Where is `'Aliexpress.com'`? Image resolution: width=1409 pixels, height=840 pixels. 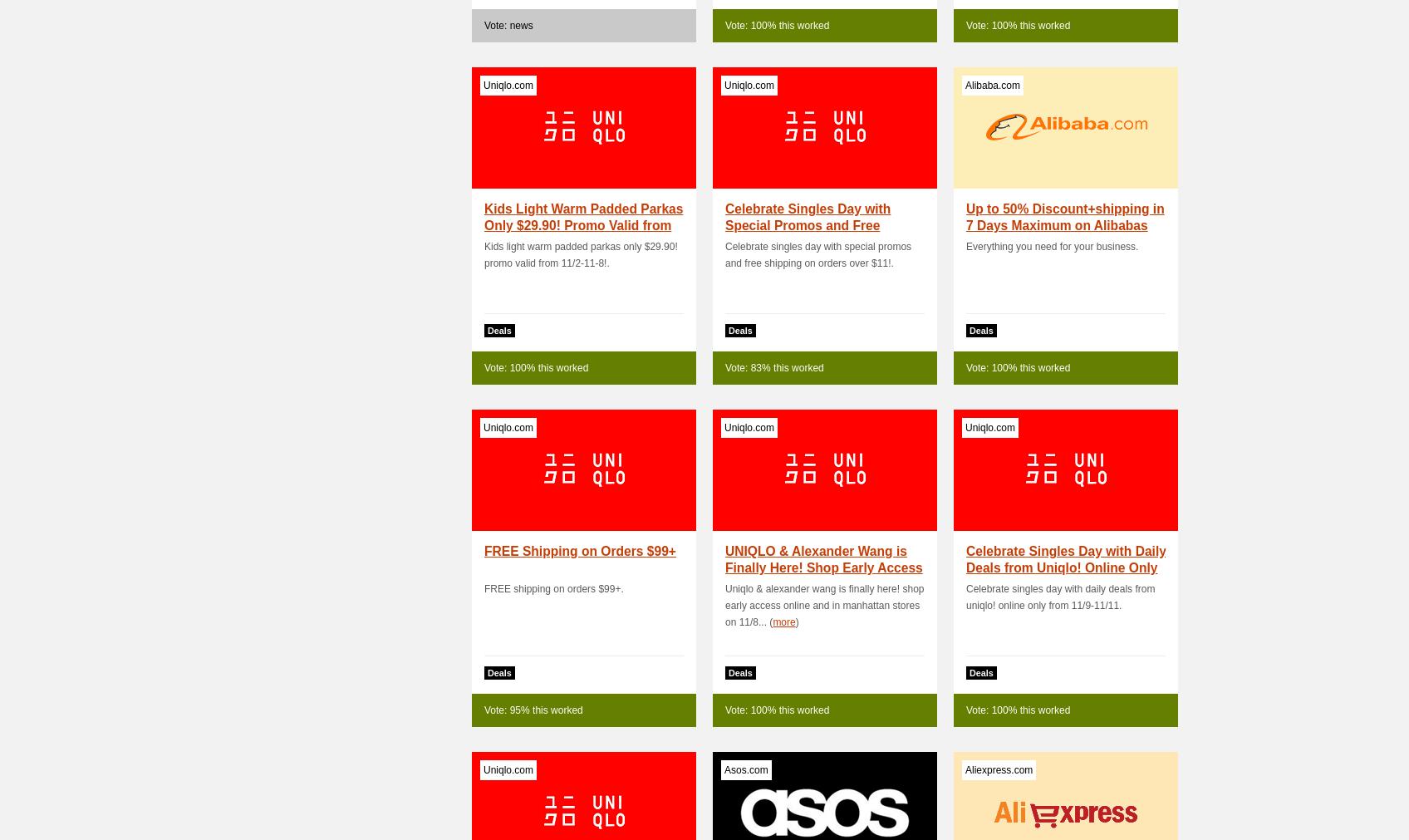 'Aliexpress.com' is located at coordinates (998, 769).